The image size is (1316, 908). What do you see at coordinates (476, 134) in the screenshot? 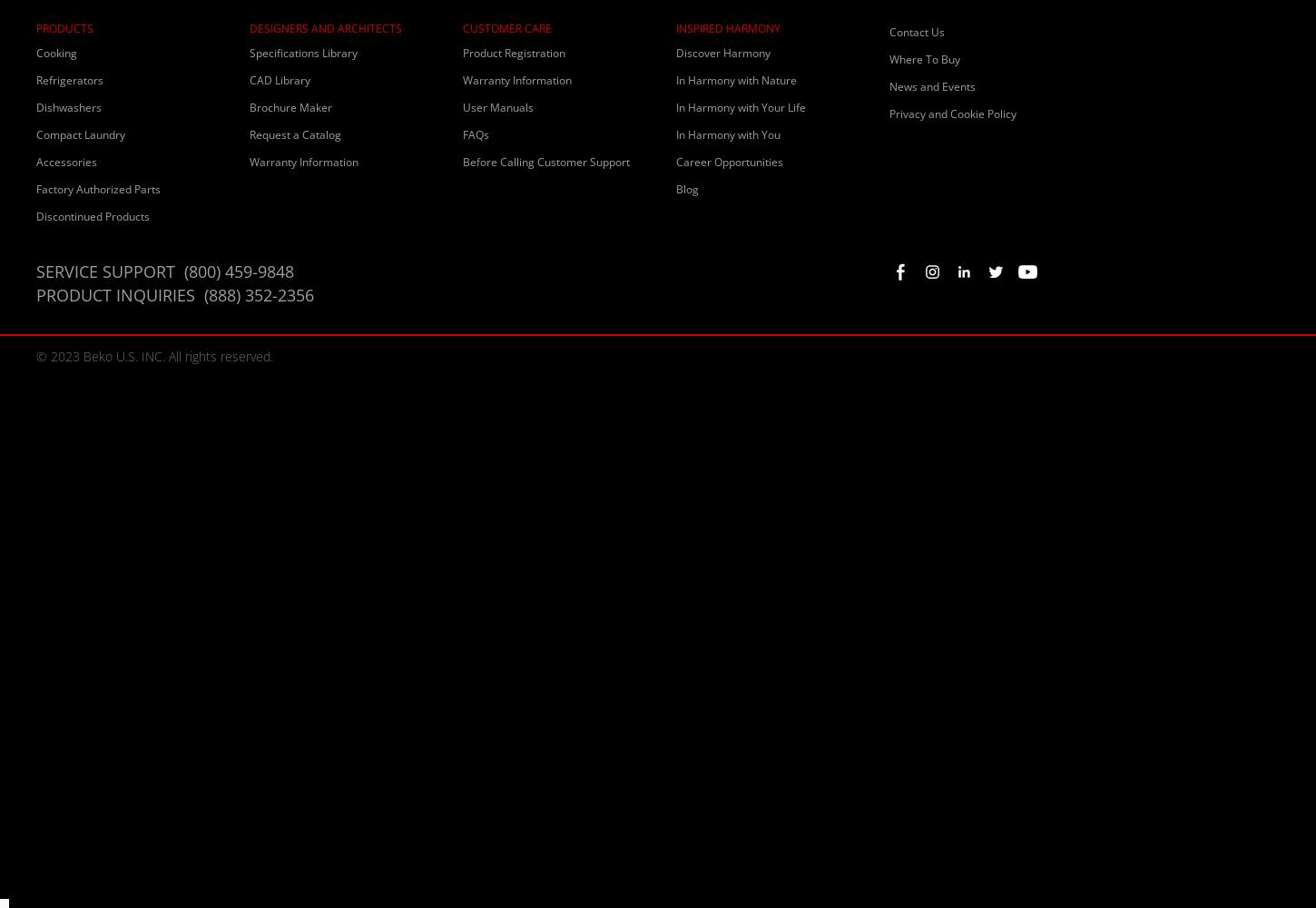
I see `'FAQs'` at bounding box center [476, 134].